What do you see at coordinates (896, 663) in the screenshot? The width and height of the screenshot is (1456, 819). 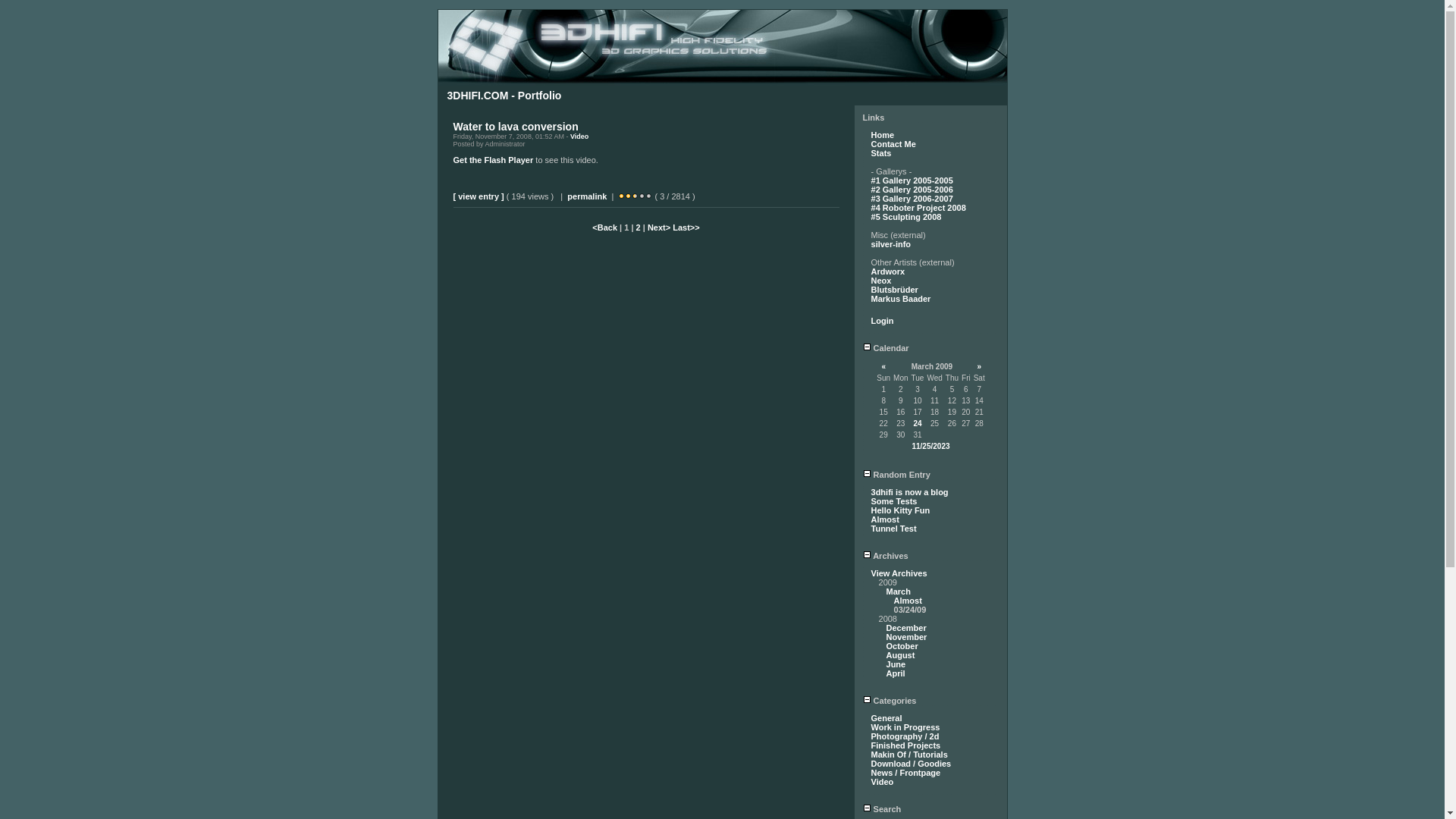 I see `'June'` at bounding box center [896, 663].